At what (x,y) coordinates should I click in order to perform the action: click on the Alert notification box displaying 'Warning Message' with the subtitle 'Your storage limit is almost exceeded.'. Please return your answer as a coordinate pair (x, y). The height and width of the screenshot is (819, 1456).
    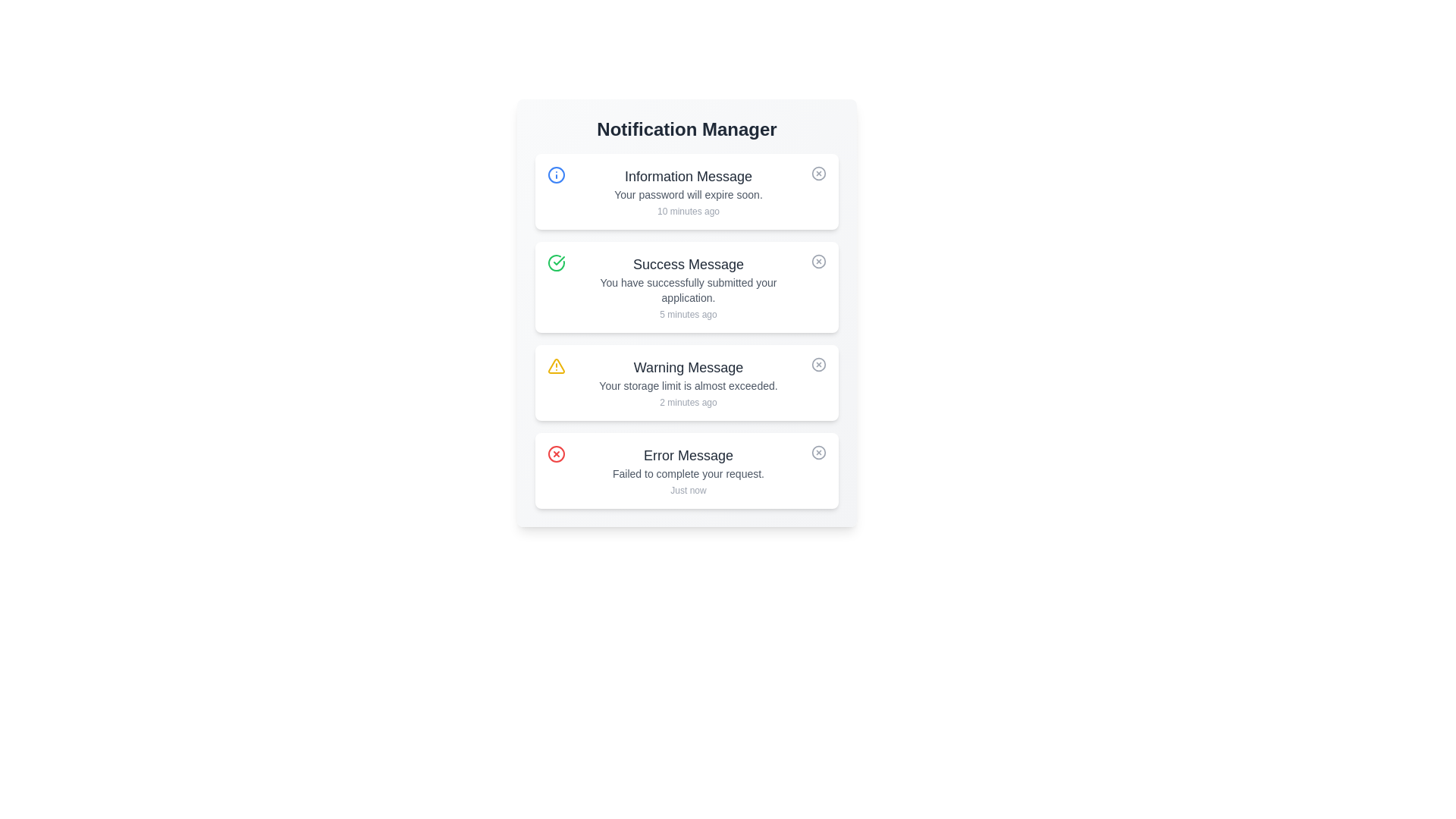
    Looking at the image, I should click on (687, 382).